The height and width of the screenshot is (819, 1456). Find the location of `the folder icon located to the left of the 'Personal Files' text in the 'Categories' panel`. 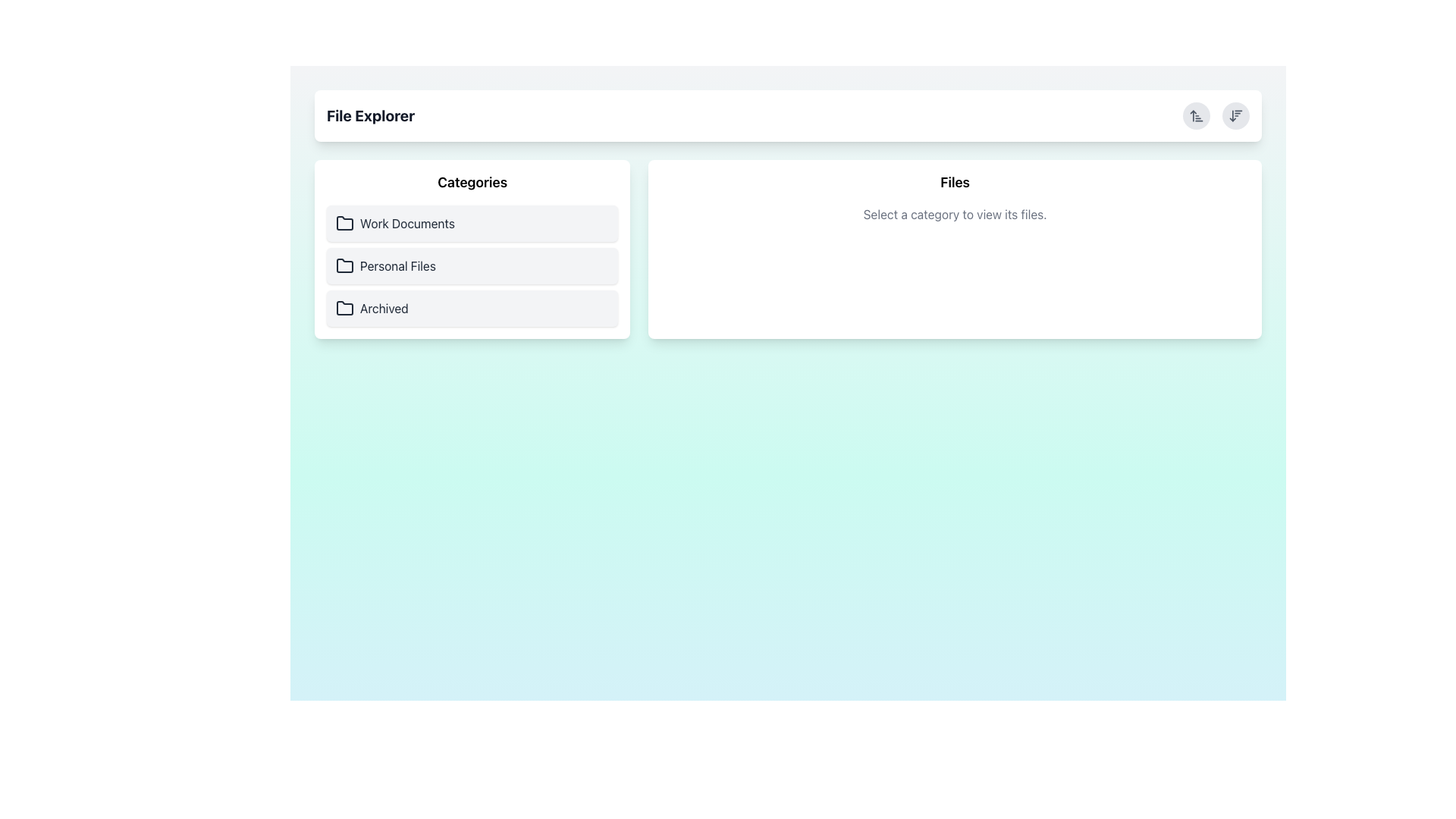

the folder icon located to the left of the 'Personal Files' text in the 'Categories' panel is located at coordinates (344, 265).